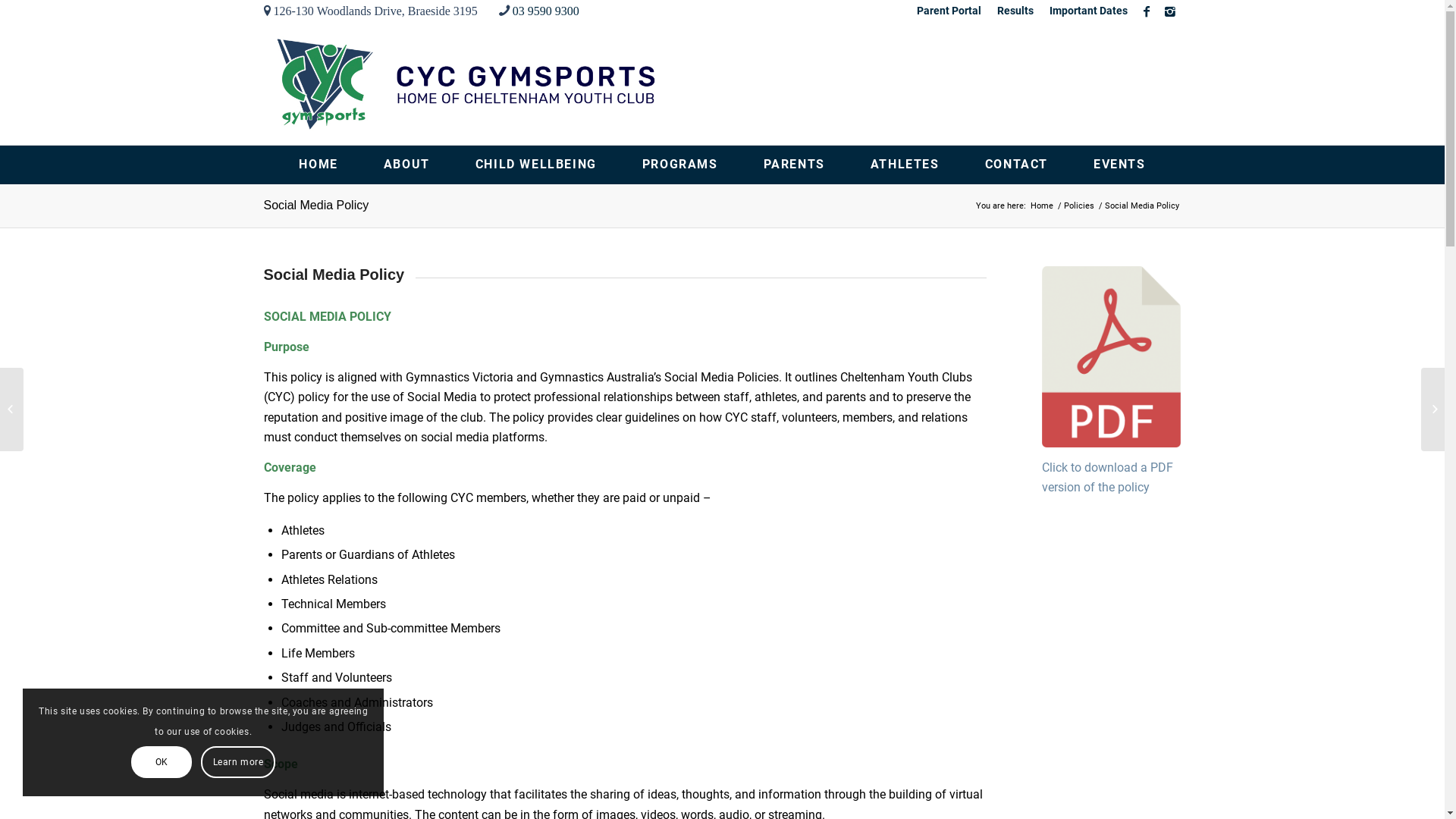 This screenshot has height=819, width=1456. Describe the element at coordinates (905, 164) in the screenshot. I see `'ATHLETES'` at that location.